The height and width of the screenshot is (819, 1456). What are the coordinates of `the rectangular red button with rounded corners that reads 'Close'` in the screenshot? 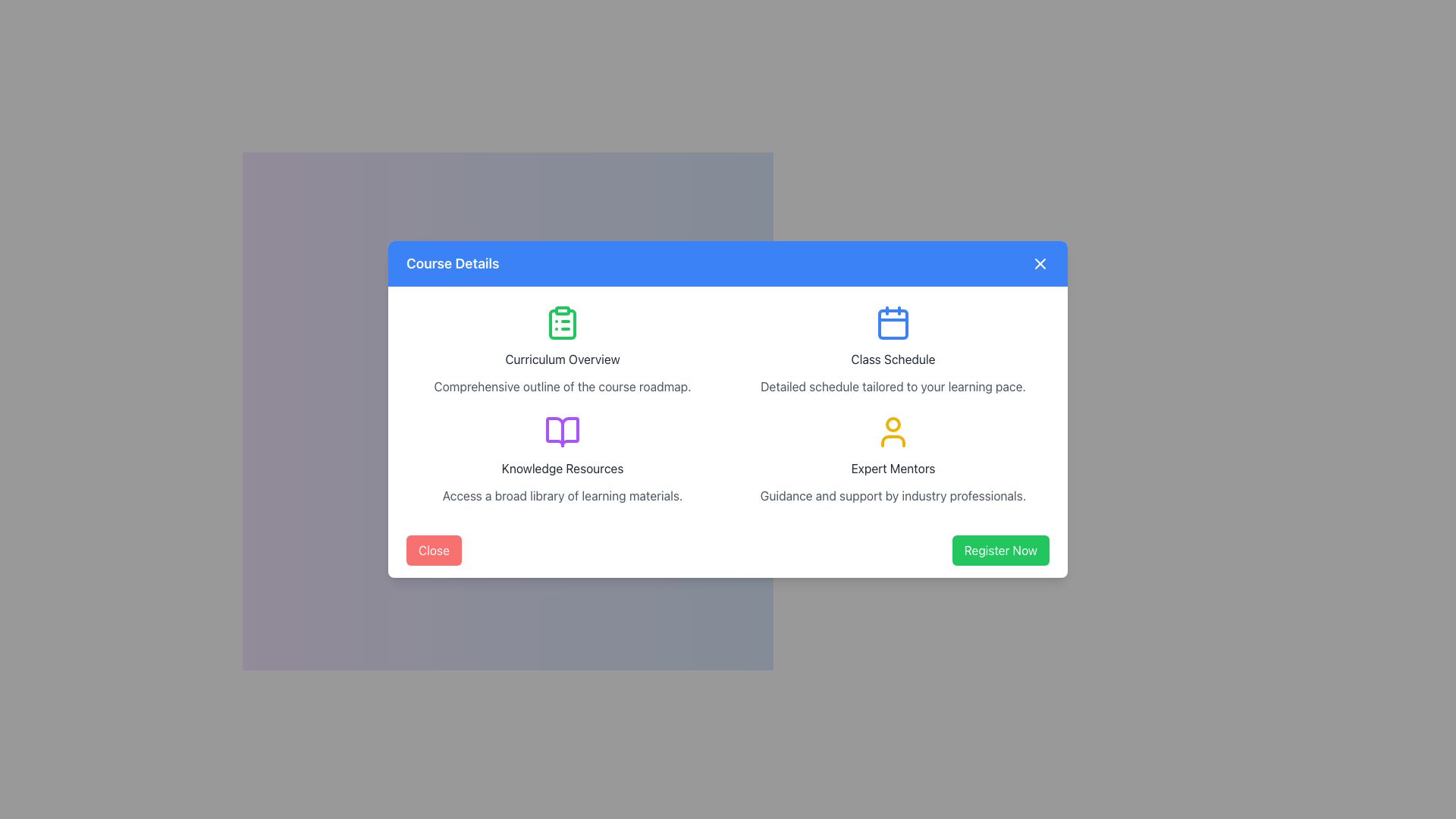 It's located at (433, 550).